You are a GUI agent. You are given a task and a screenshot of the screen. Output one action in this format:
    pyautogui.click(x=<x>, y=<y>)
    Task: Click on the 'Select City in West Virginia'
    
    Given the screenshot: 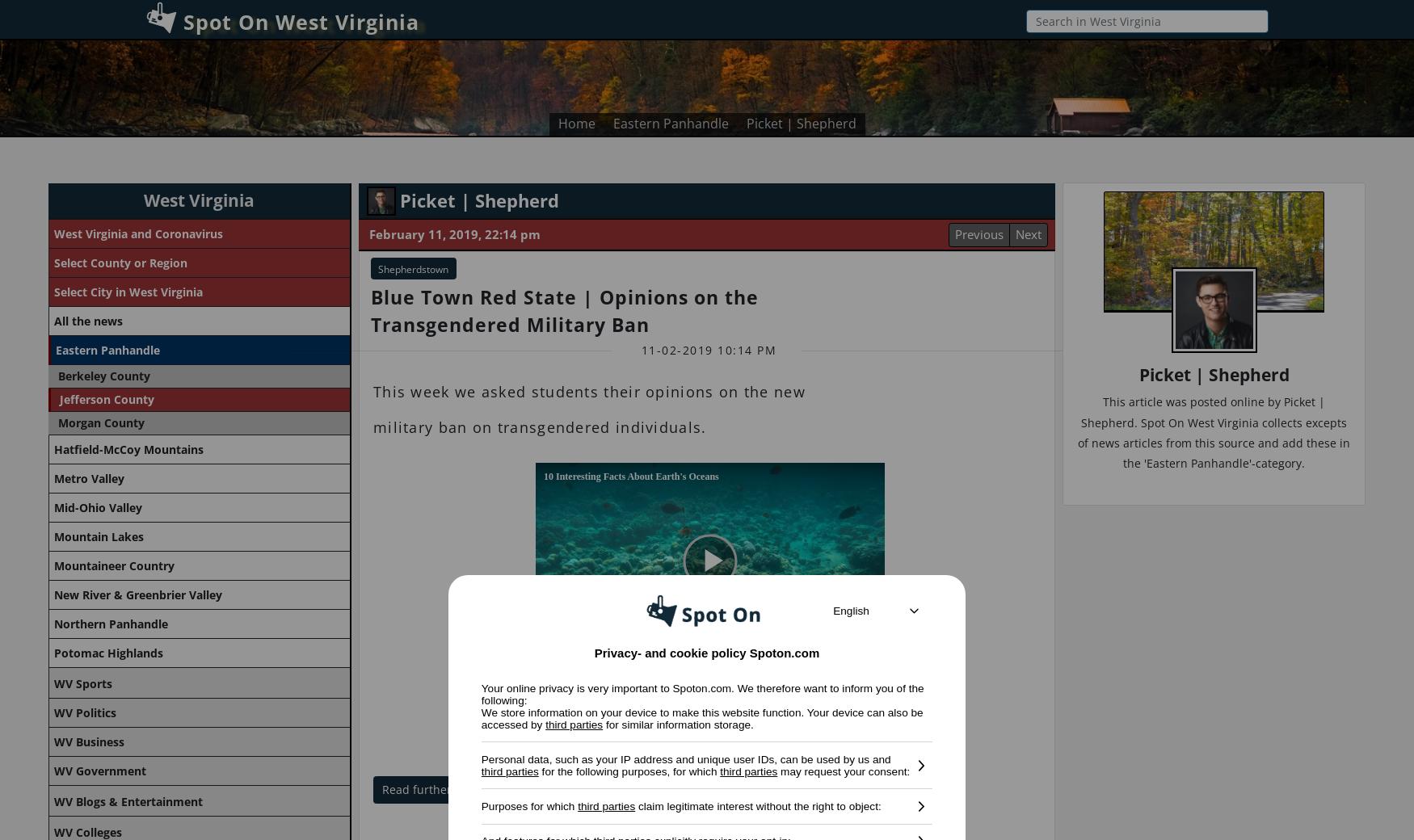 What is the action you would take?
    pyautogui.click(x=54, y=291)
    